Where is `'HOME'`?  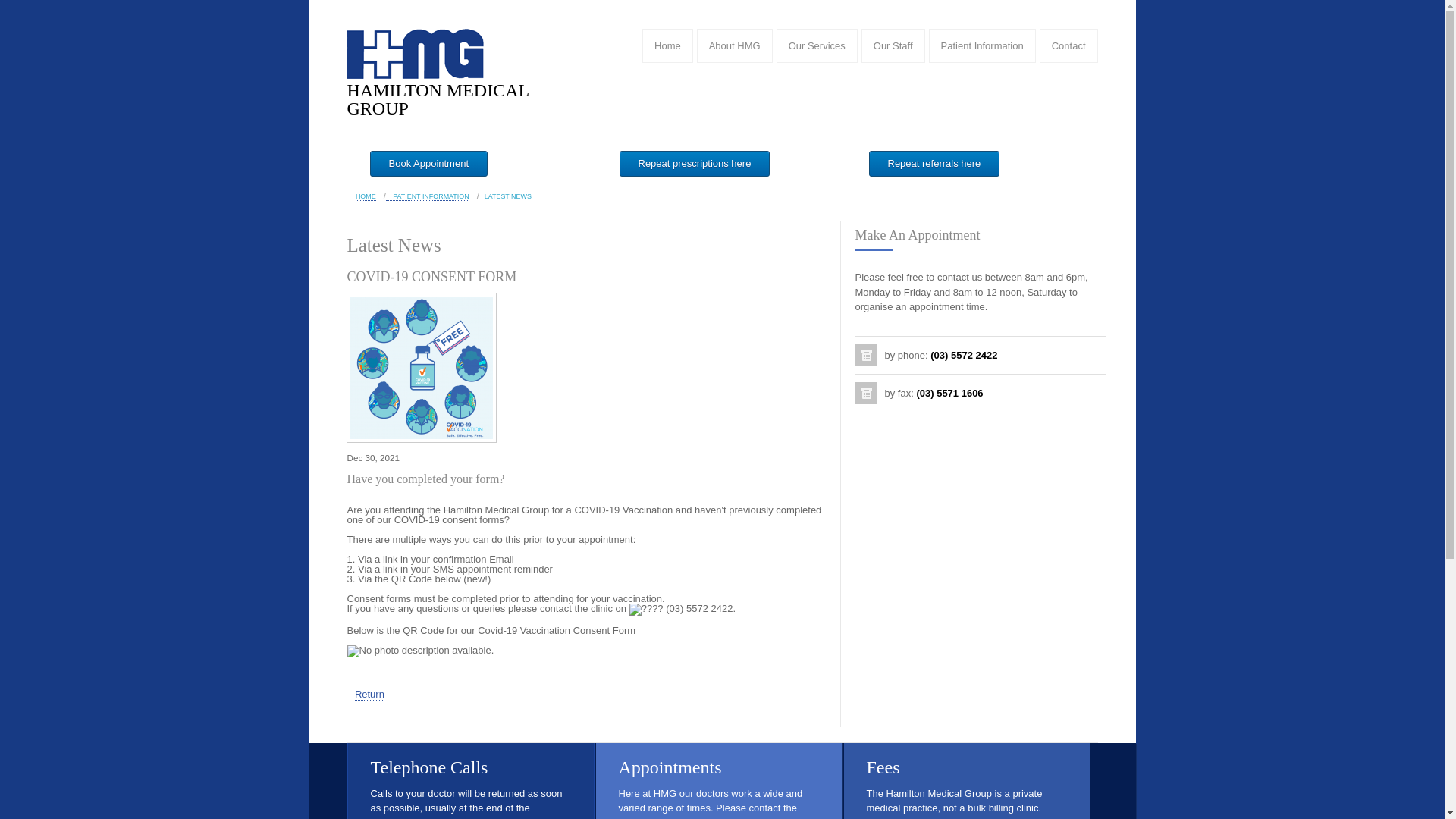 'HOME' is located at coordinates (366, 196).